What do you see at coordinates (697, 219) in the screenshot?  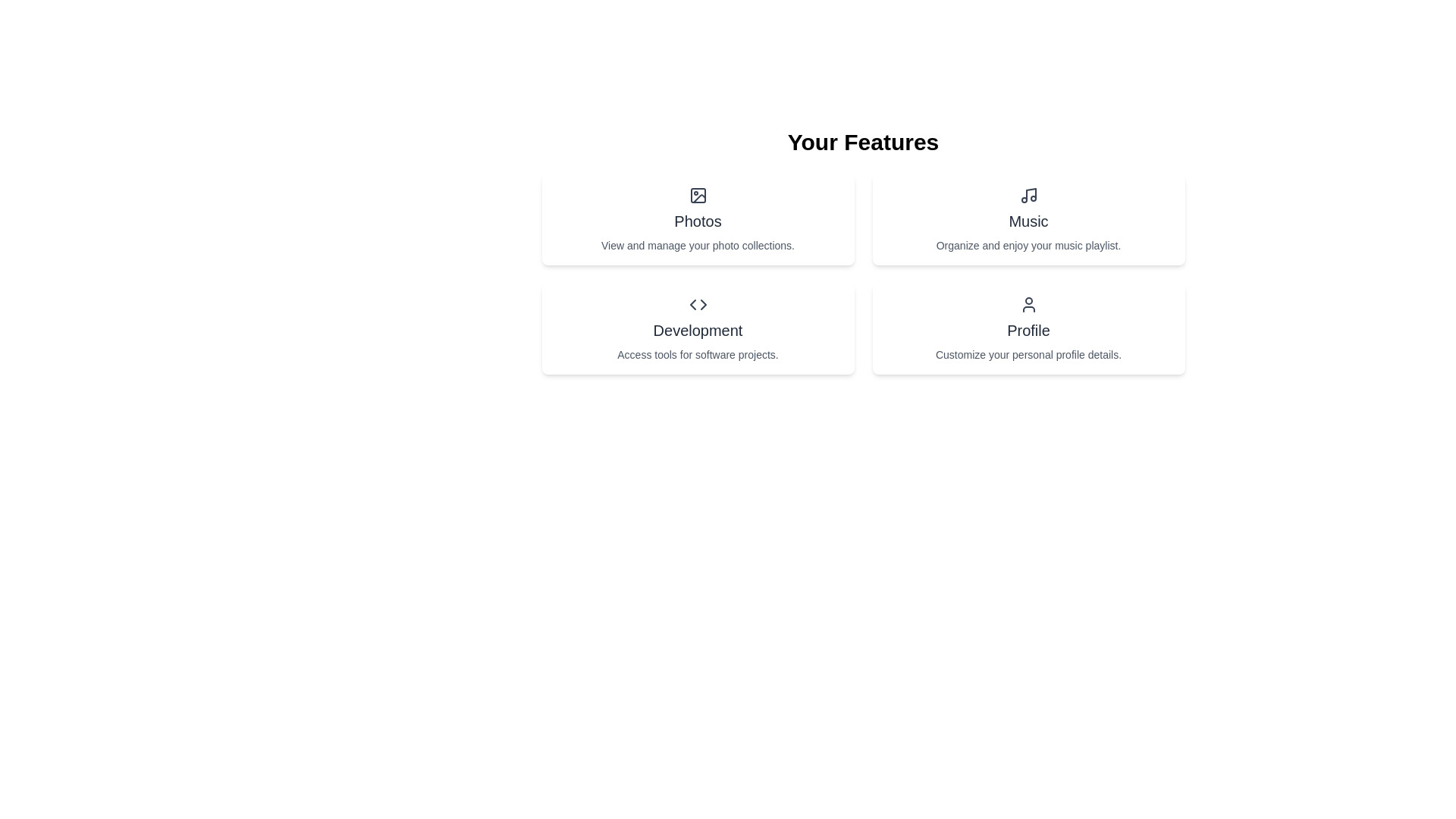 I see `the first card in the grid layout` at bounding box center [697, 219].